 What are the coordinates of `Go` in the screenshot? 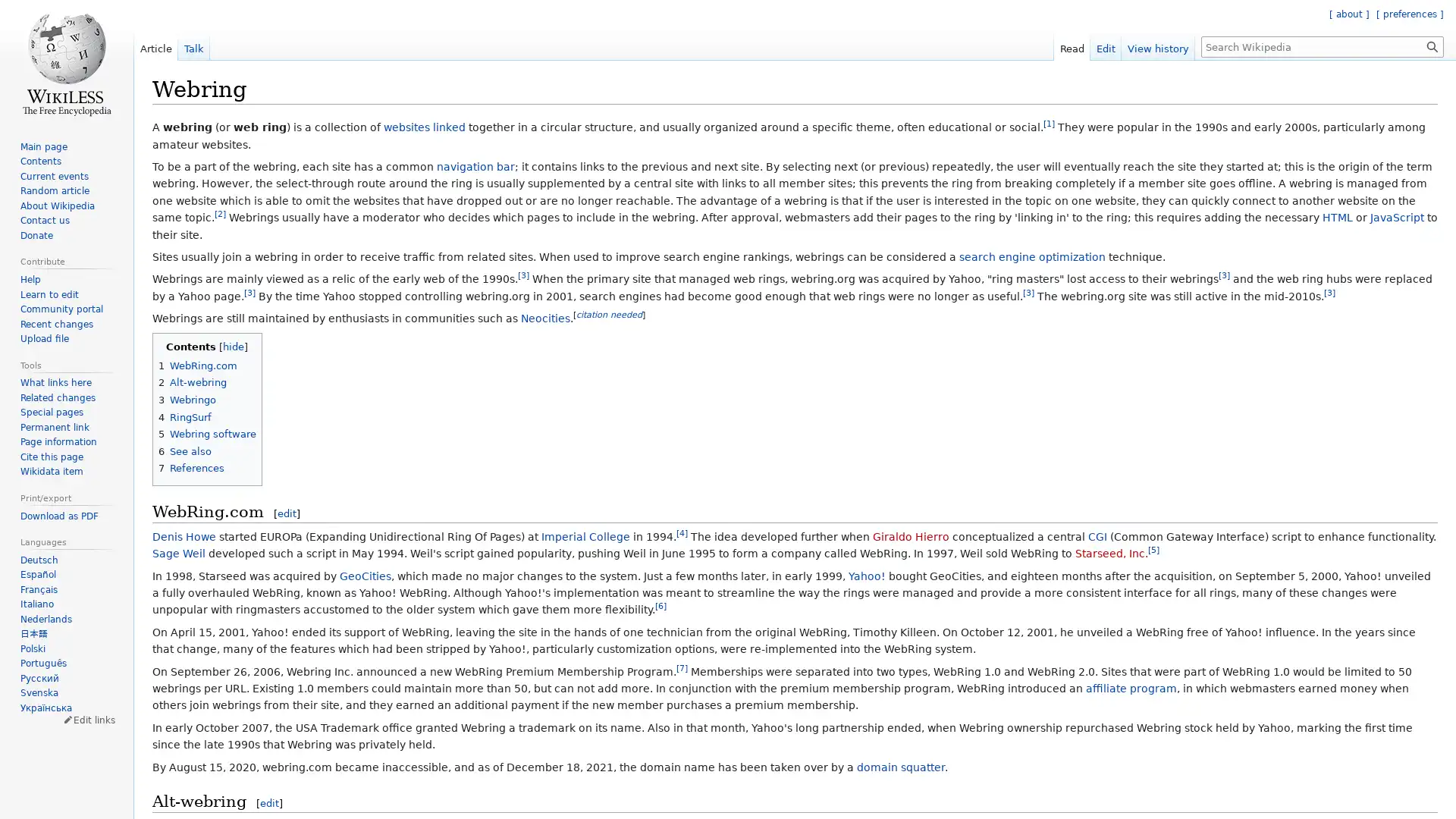 It's located at (1432, 45).